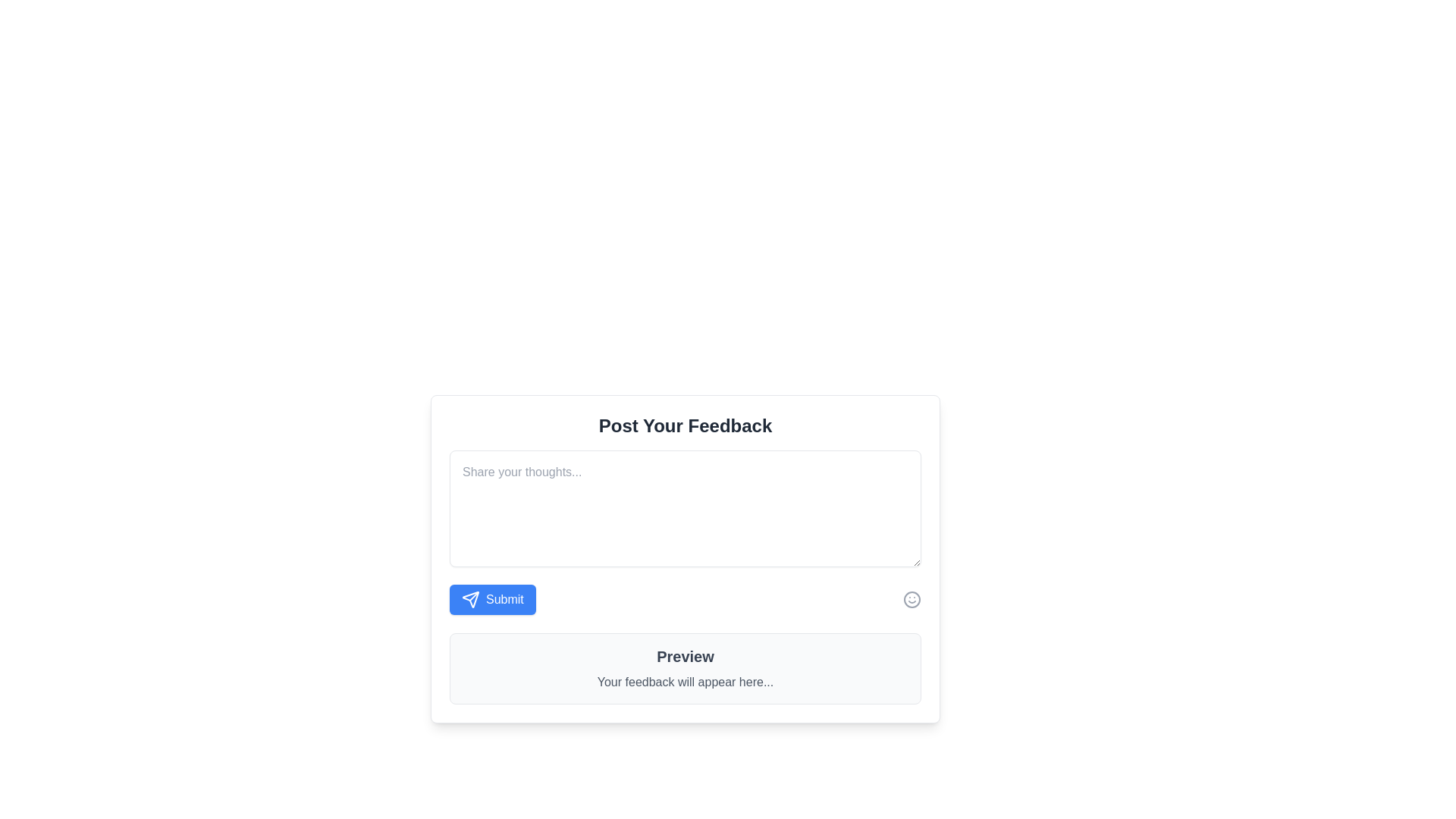 The height and width of the screenshot is (819, 1456). What do you see at coordinates (469, 598) in the screenshot?
I see `minimalistic SVG icon resembling a paper plane, which is located inside the 'Submit' button, positioned on the left side of the text` at bounding box center [469, 598].